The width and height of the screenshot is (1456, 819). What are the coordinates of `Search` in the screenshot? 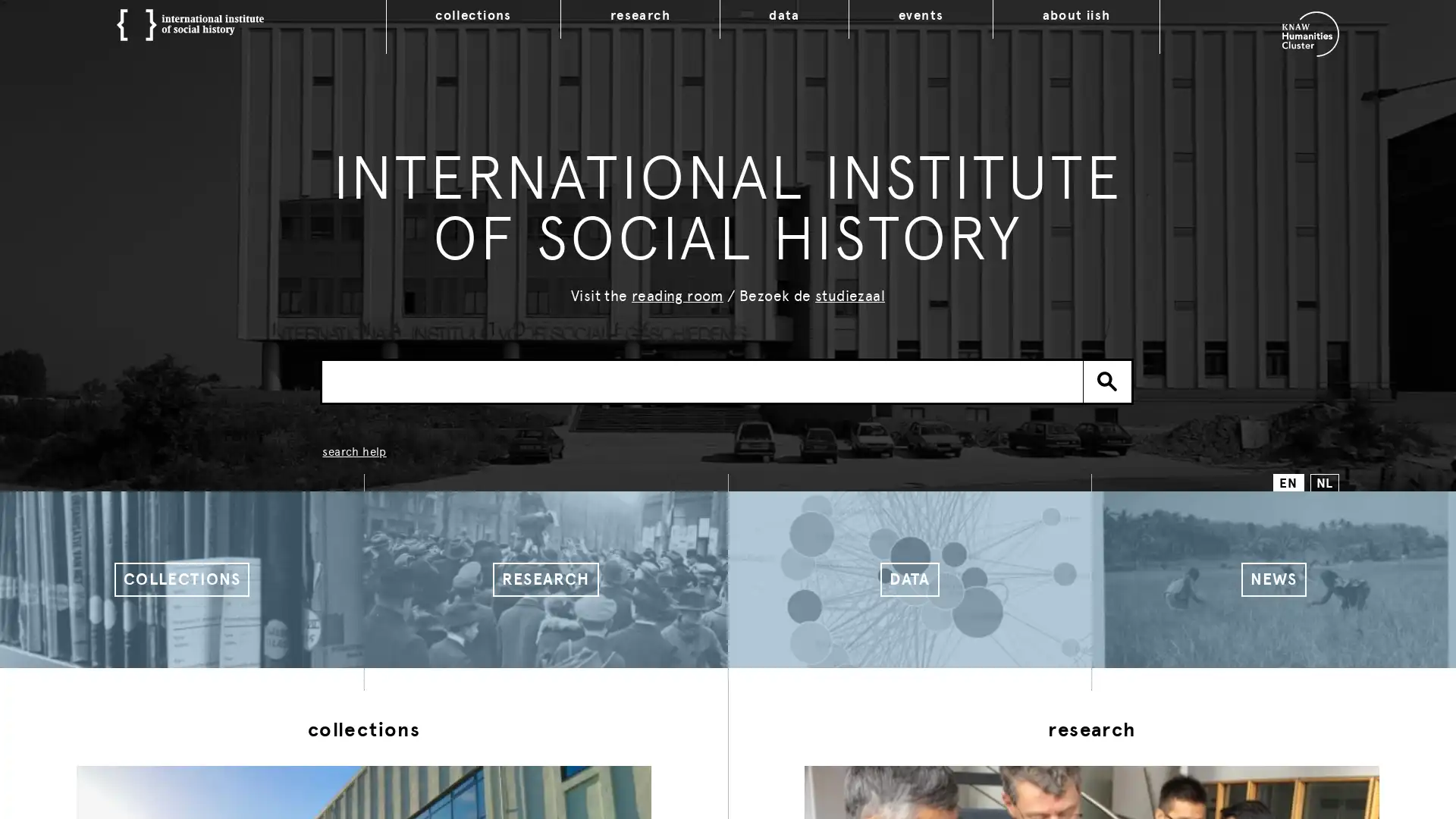 It's located at (1107, 380).